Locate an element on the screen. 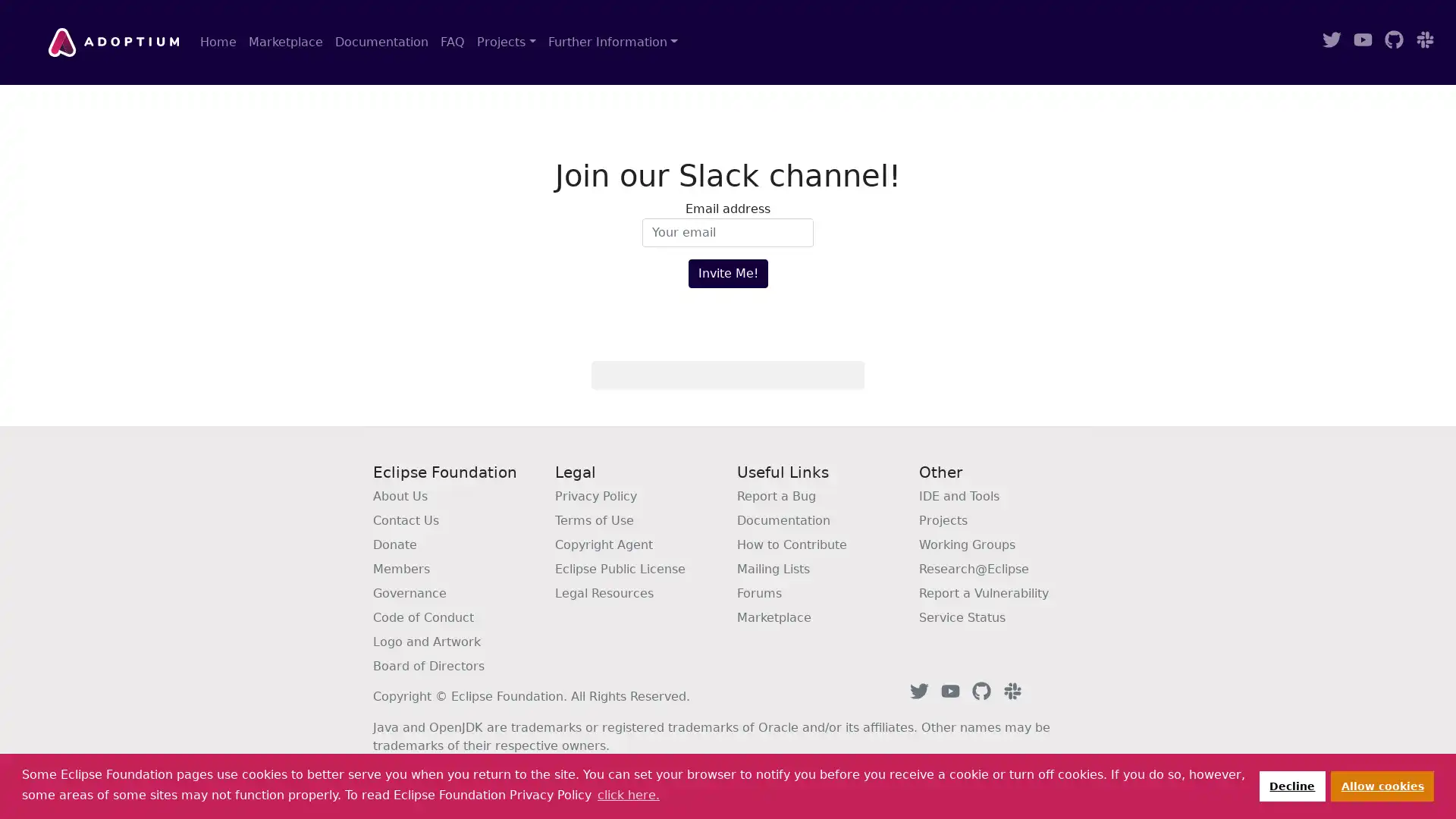  Projects is located at coordinates (506, 42).